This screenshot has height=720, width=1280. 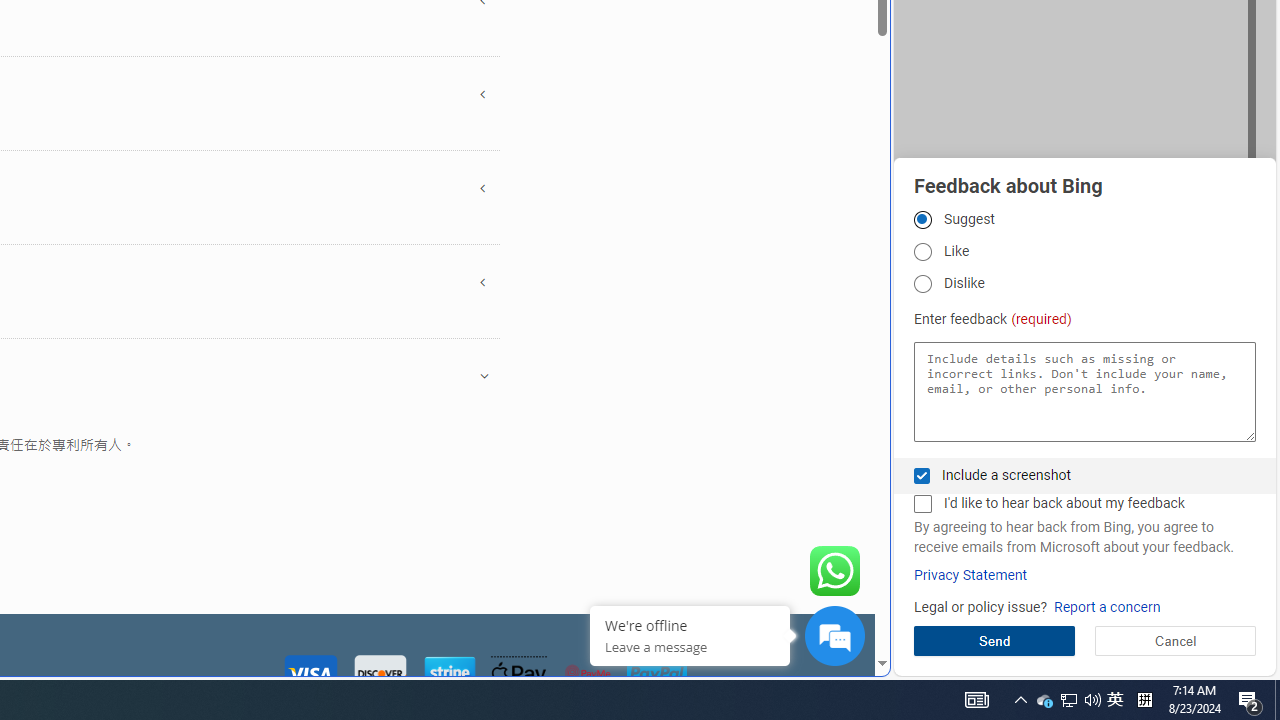 What do you see at coordinates (1106, 606) in the screenshot?
I see `'Report a concern'` at bounding box center [1106, 606].